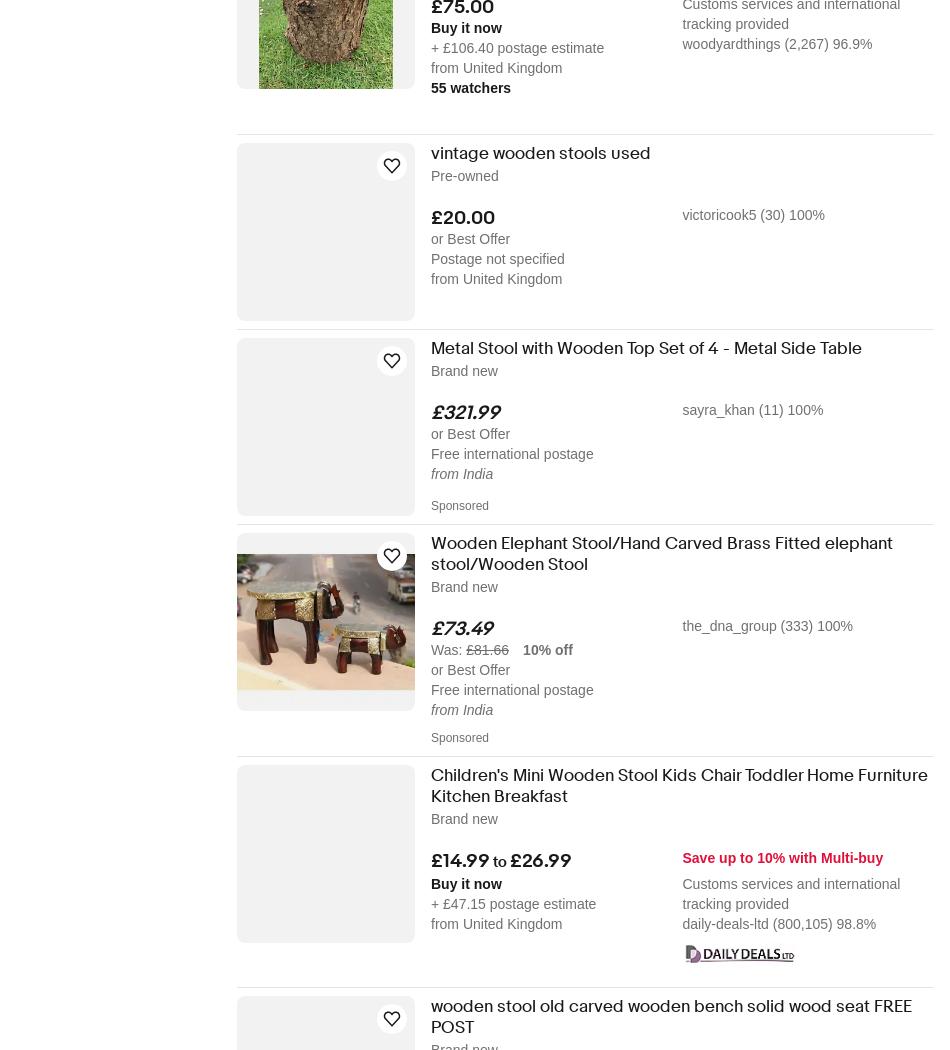 This screenshot has width=950, height=1050. I want to click on 'sayra_khan (11) 100%', so click(682, 410).